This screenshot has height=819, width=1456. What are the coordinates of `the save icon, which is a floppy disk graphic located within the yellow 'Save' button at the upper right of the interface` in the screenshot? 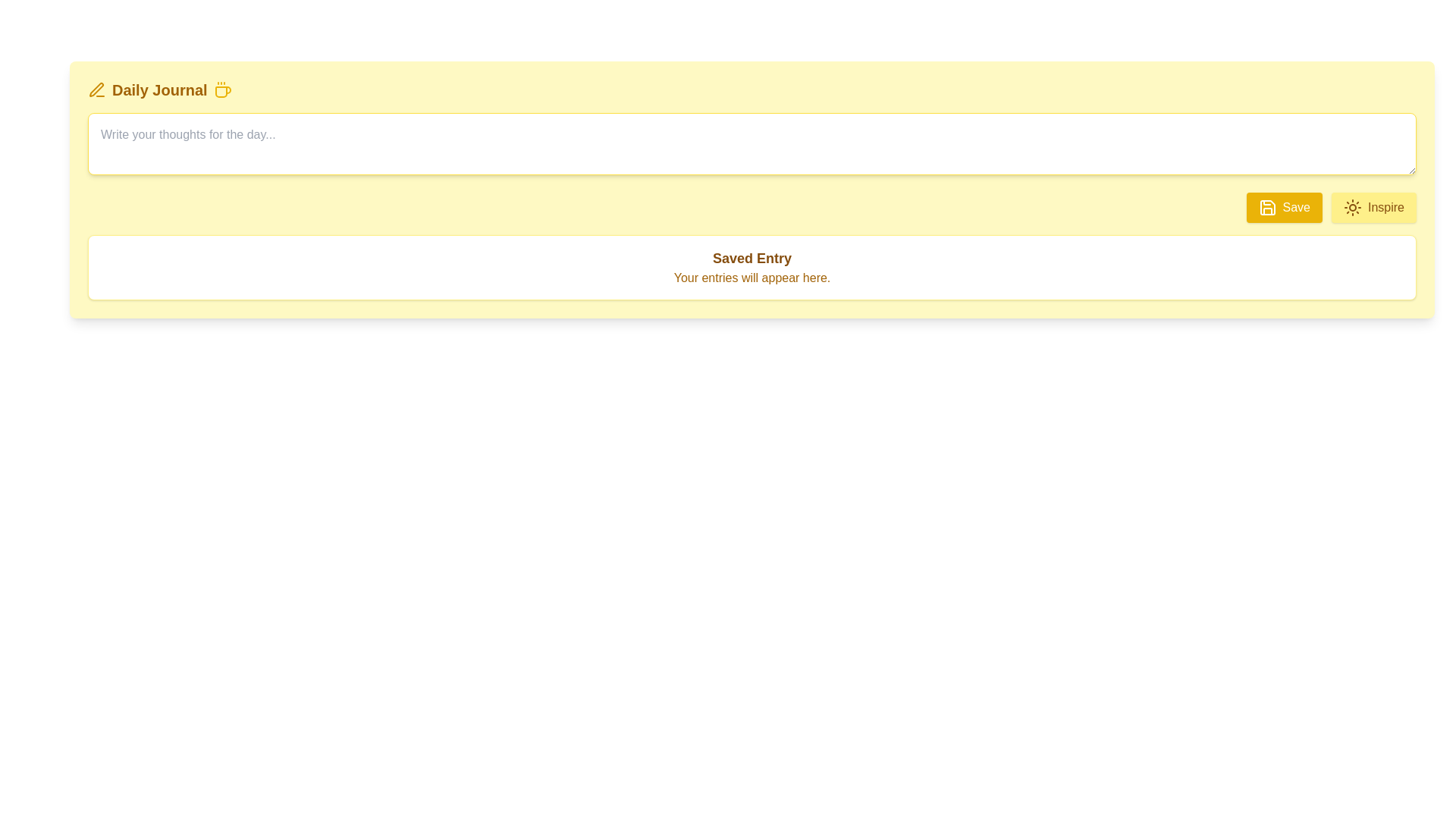 It's located at (1267, 207).